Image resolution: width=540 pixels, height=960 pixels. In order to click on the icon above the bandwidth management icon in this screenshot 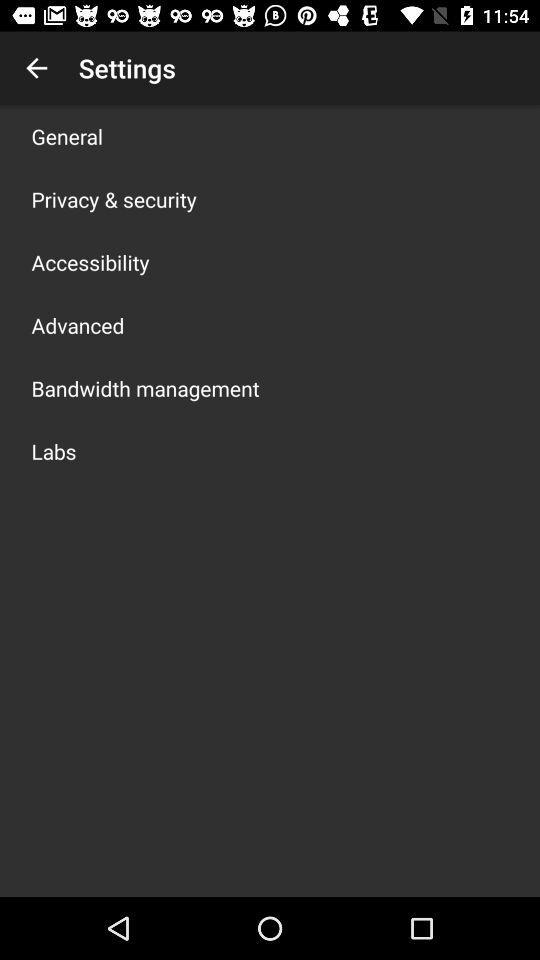, I will do `click(76, 325)`.